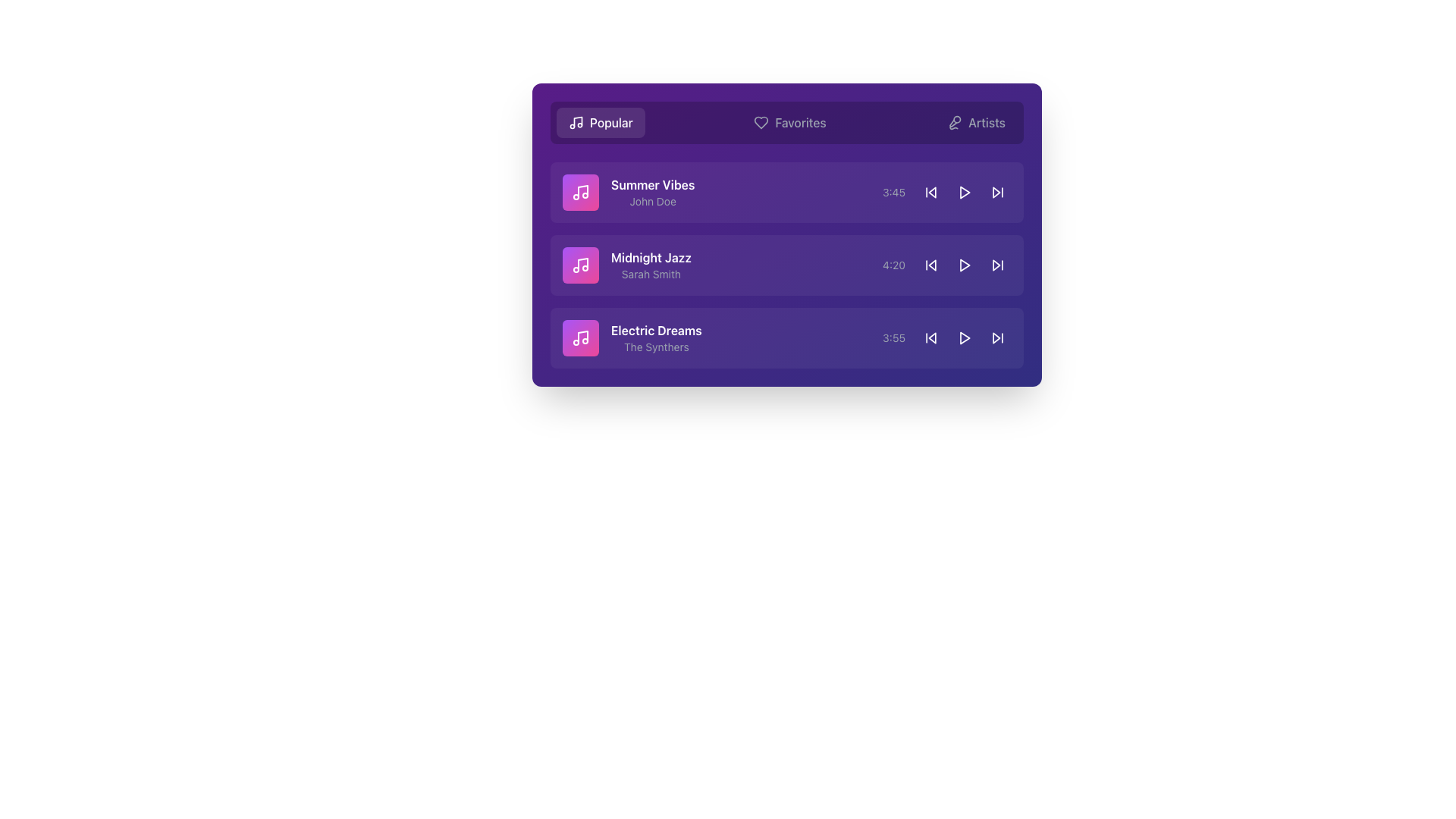 The image size is (1456, 819). I want to click on the music track item titled 'Midnight Jazz' by 'Sarah Smith' in the second row of the 'Popular' tab, so click(786, 265).